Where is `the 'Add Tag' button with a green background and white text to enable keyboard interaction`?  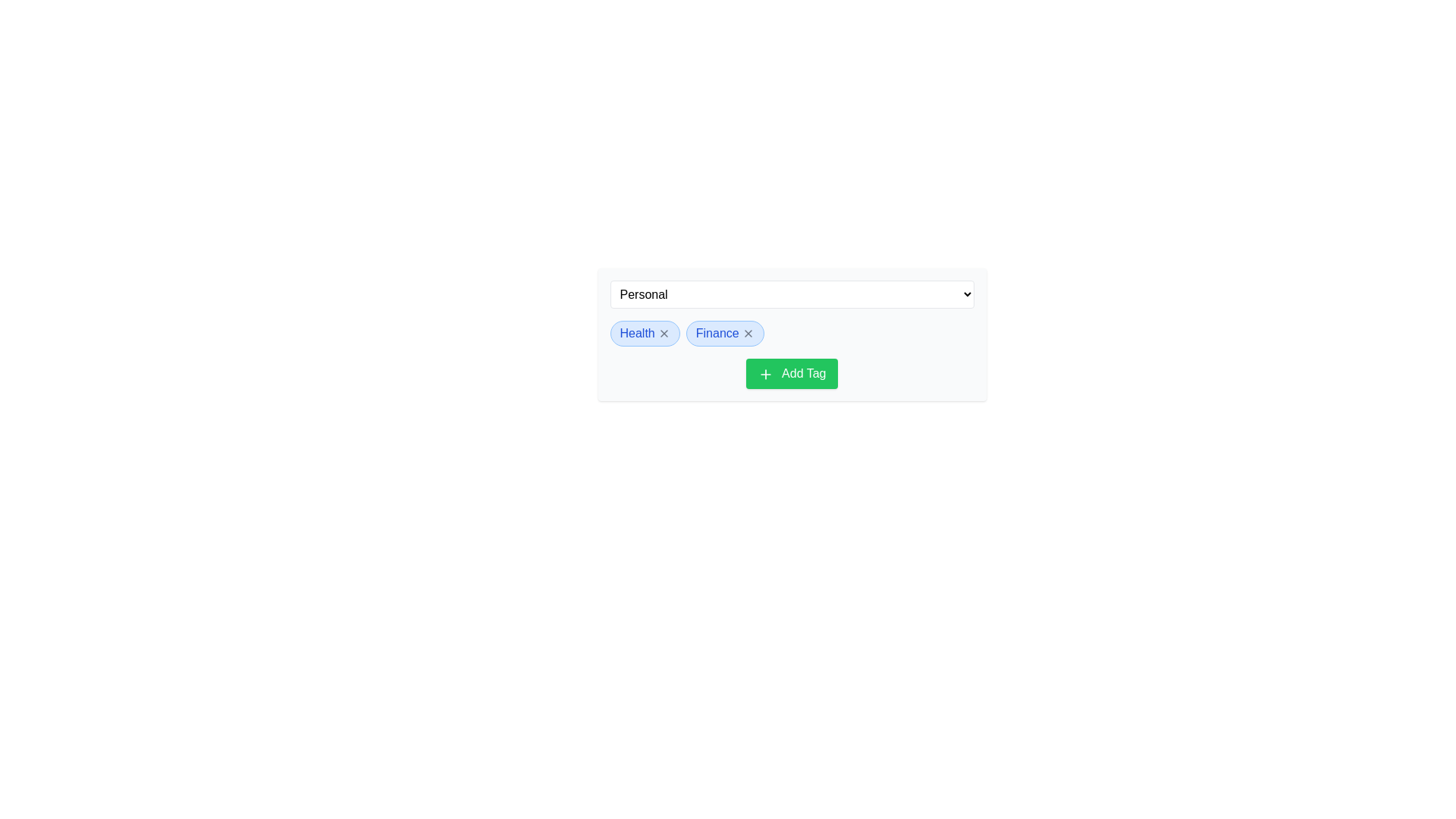 the 'Add Tag' button with a green background and white text to enable keyboard interaction is located at coordinates (791, 374).